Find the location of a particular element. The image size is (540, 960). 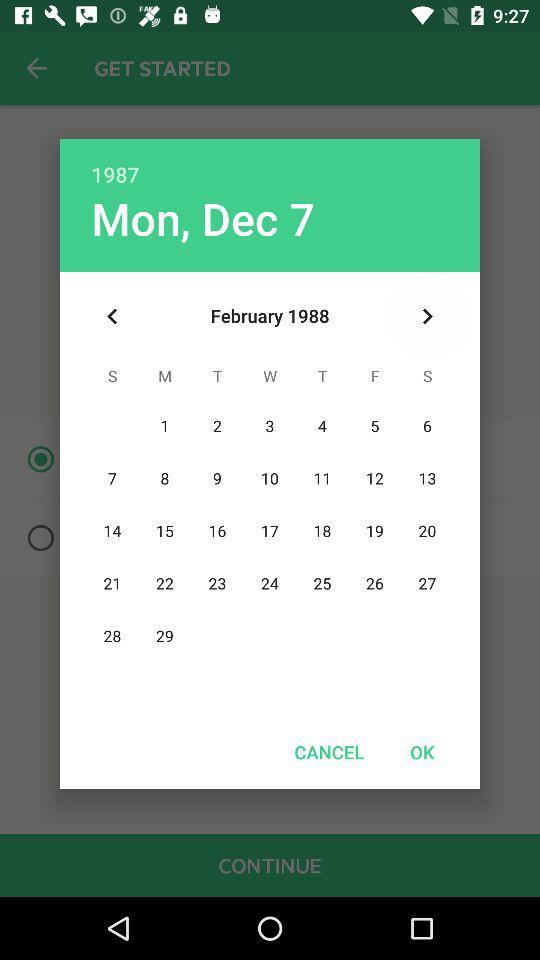

icon to the right of cancel icon is located at coordinates (421, 751).